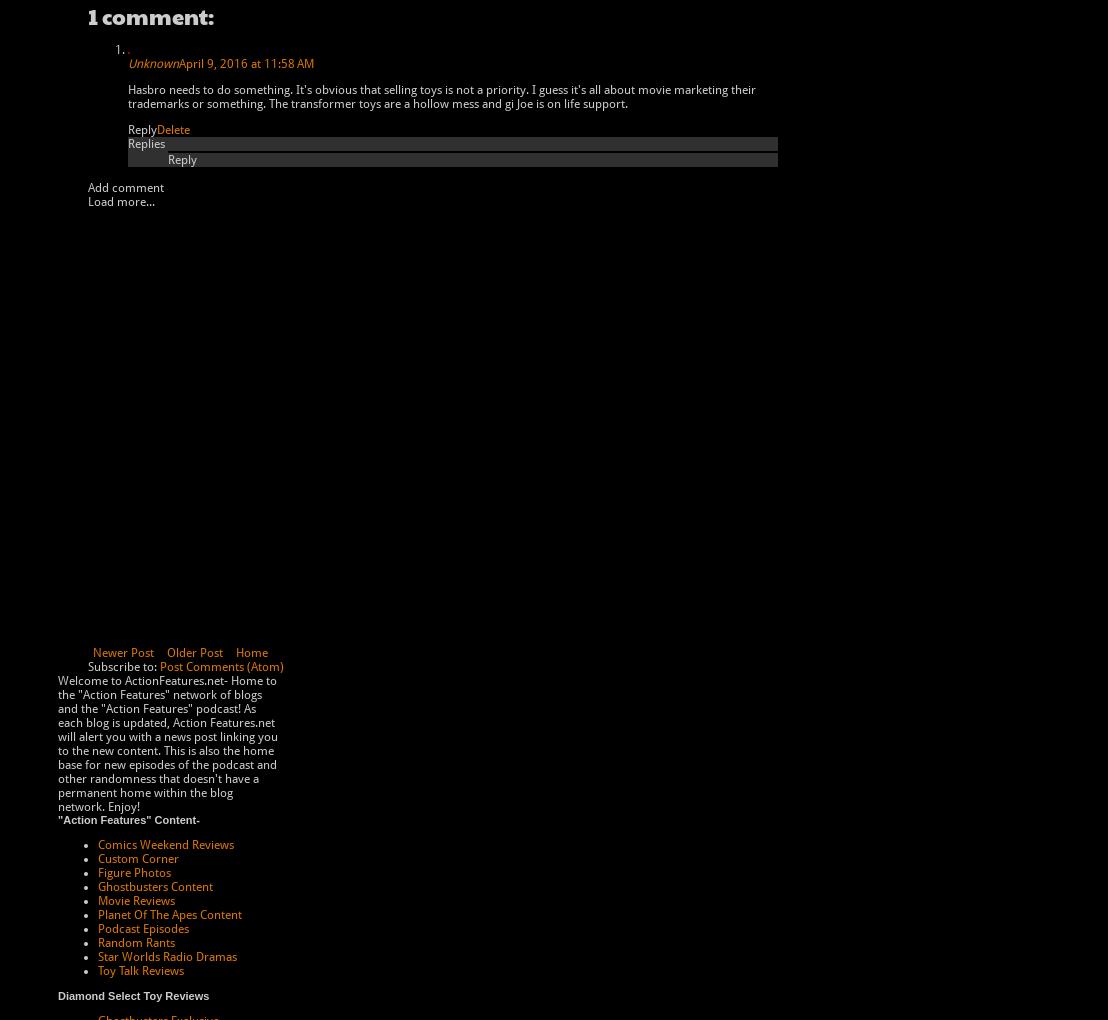  What do you see at coordinates (195, 653) in the screenshot?
I see `'Older Post'` at bounding box center [195, 653].